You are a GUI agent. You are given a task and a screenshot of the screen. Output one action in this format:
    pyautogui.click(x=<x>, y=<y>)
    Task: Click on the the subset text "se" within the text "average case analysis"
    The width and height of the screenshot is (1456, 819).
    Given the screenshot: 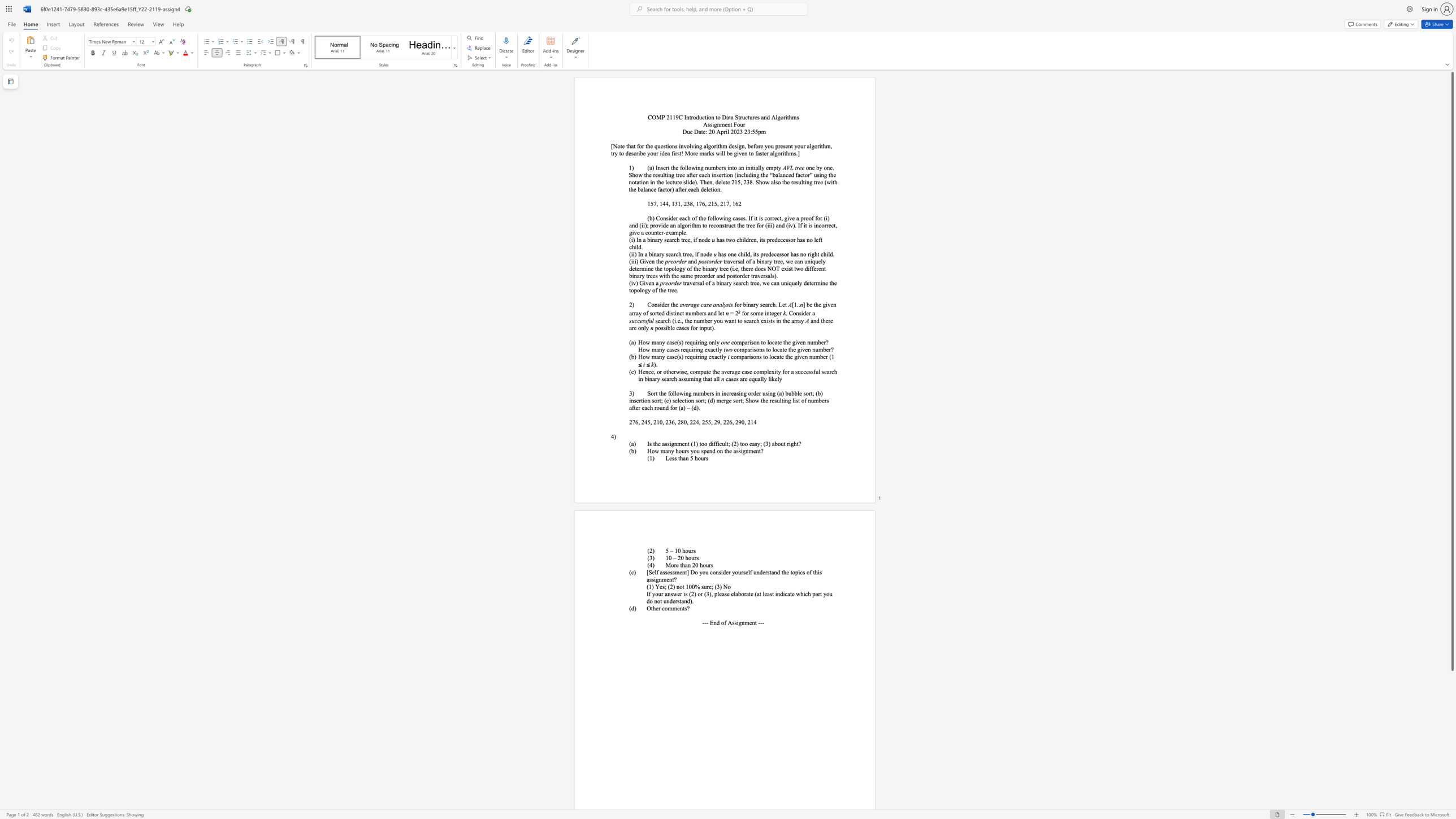 What is the action you would take?
    pyautogui.click(x=706, y=304)
    